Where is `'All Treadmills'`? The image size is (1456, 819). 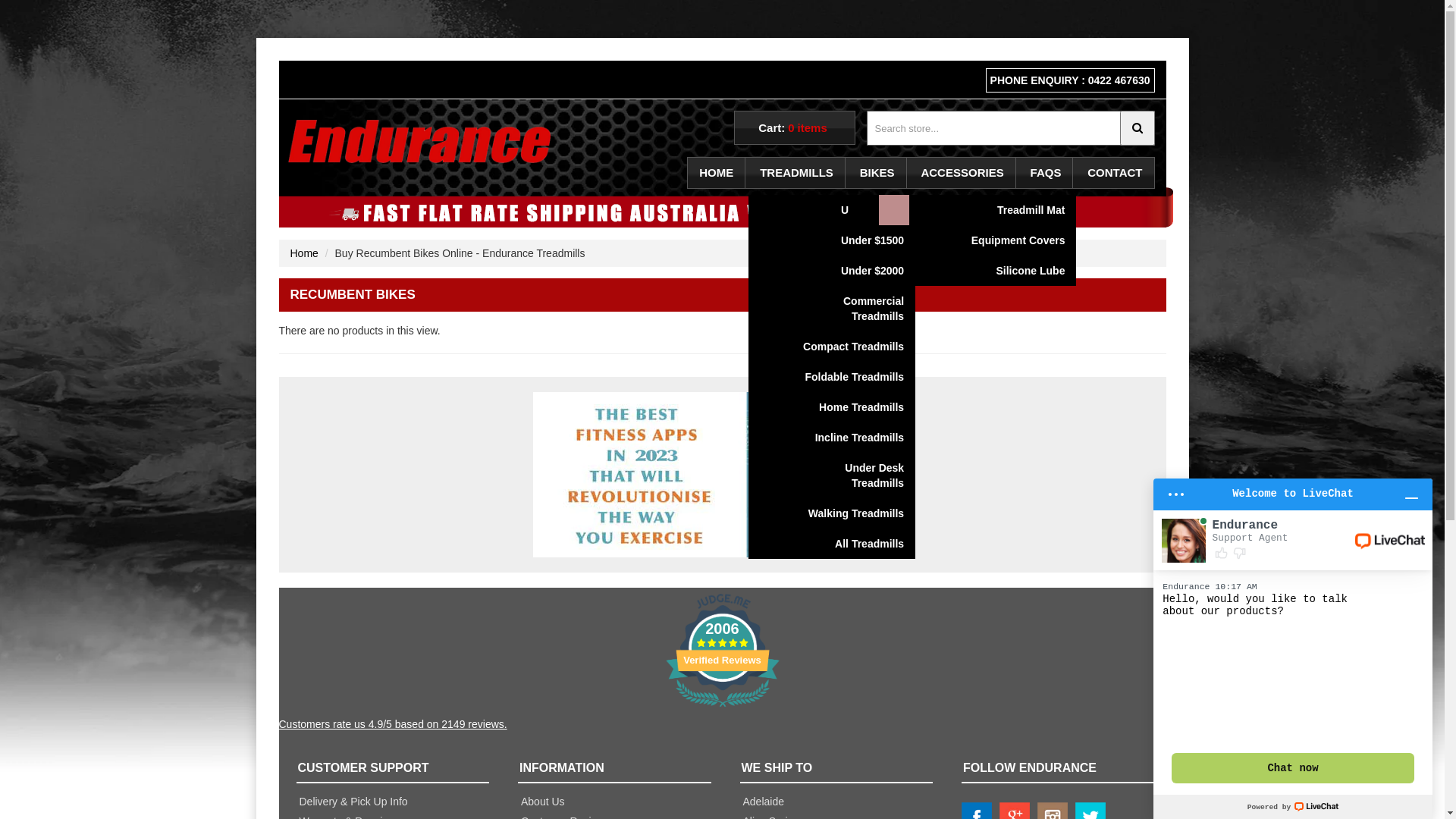 'All Treadmills' is located at coordinates (846, 543).